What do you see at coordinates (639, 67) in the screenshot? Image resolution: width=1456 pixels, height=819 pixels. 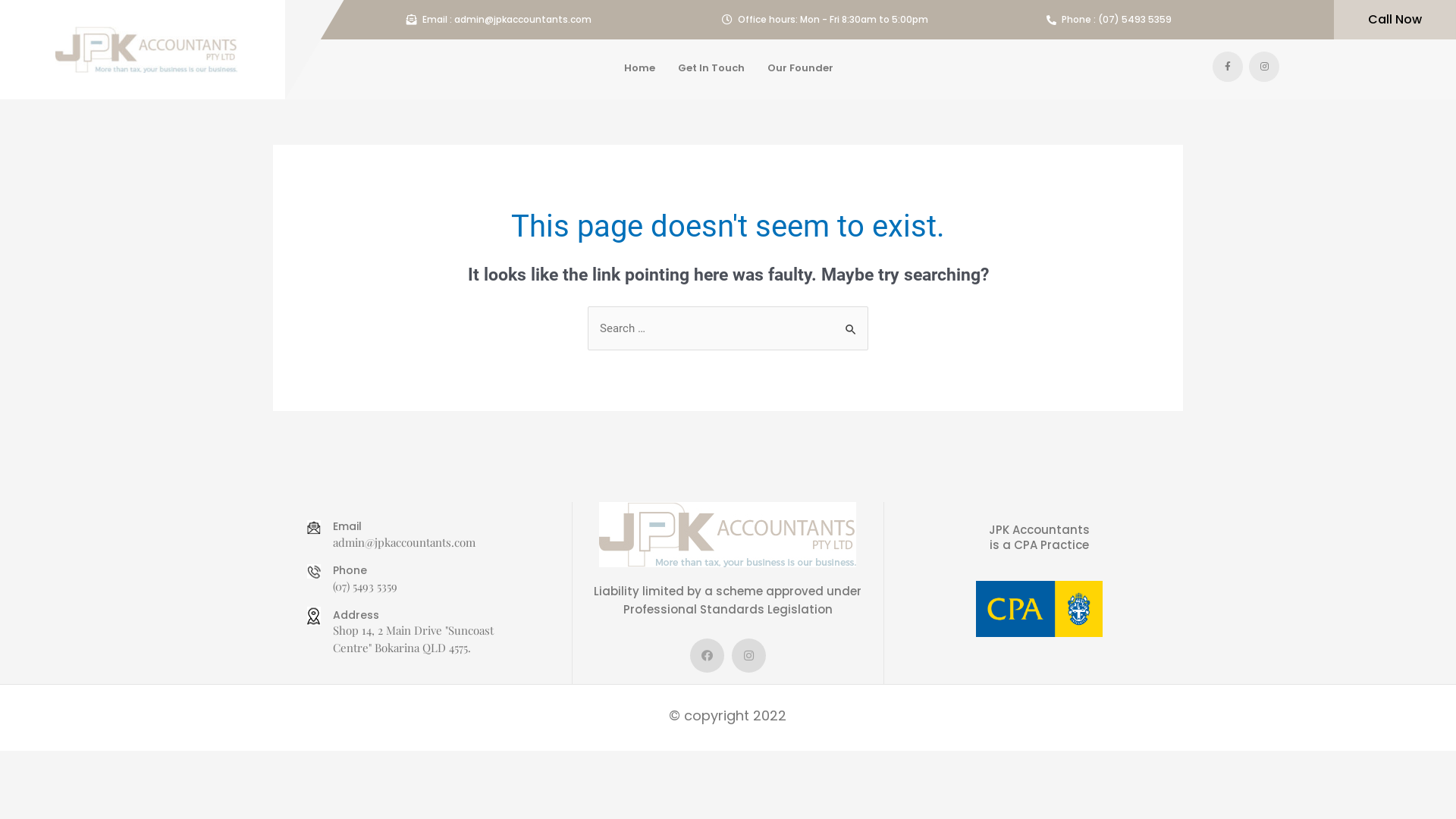 I see `'Home'` at bounding box center [639, 67].